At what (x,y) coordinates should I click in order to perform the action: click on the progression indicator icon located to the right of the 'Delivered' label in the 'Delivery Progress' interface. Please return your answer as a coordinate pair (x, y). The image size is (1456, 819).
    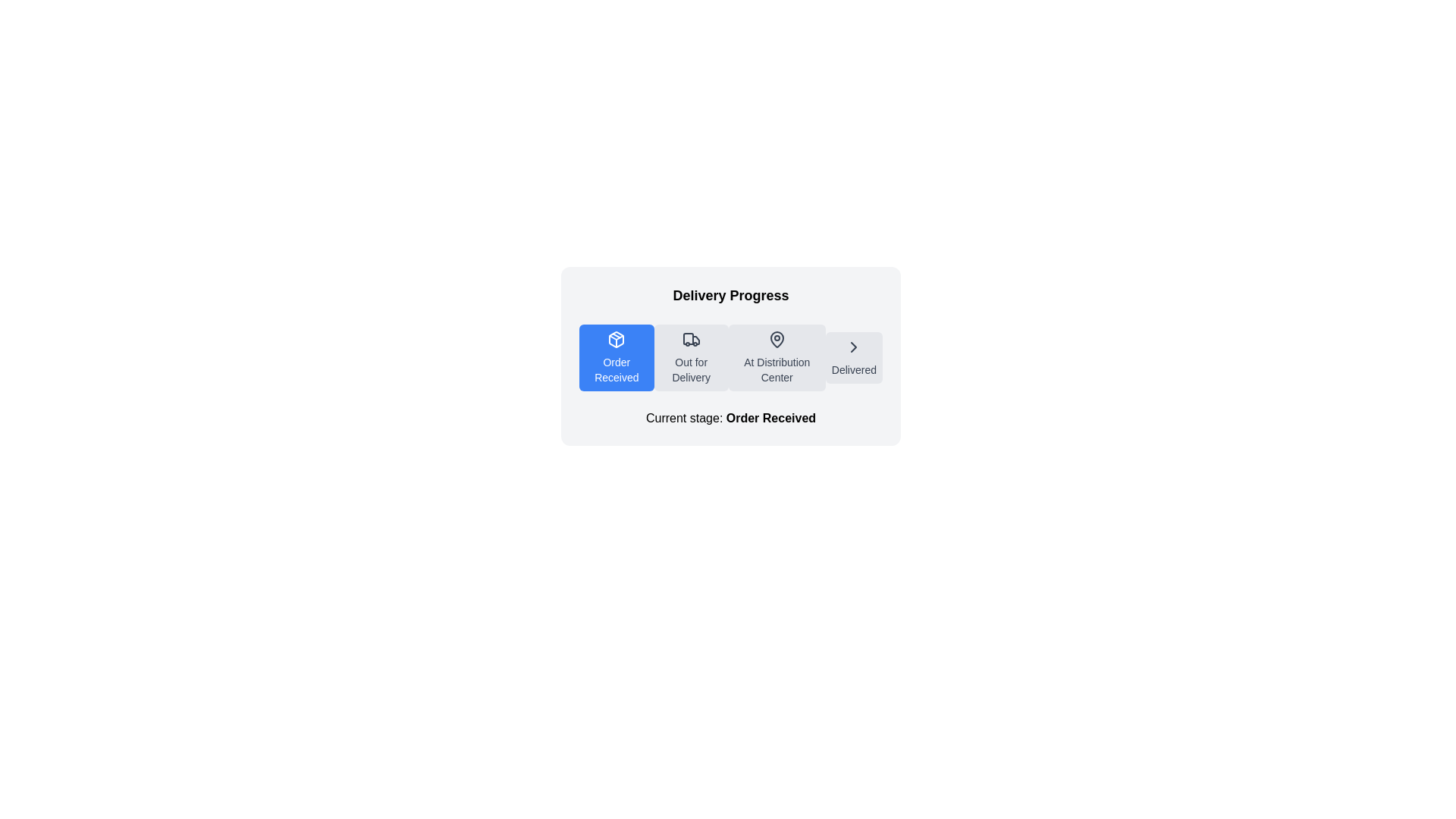
    Looking at the image, I should click on (854, 347).